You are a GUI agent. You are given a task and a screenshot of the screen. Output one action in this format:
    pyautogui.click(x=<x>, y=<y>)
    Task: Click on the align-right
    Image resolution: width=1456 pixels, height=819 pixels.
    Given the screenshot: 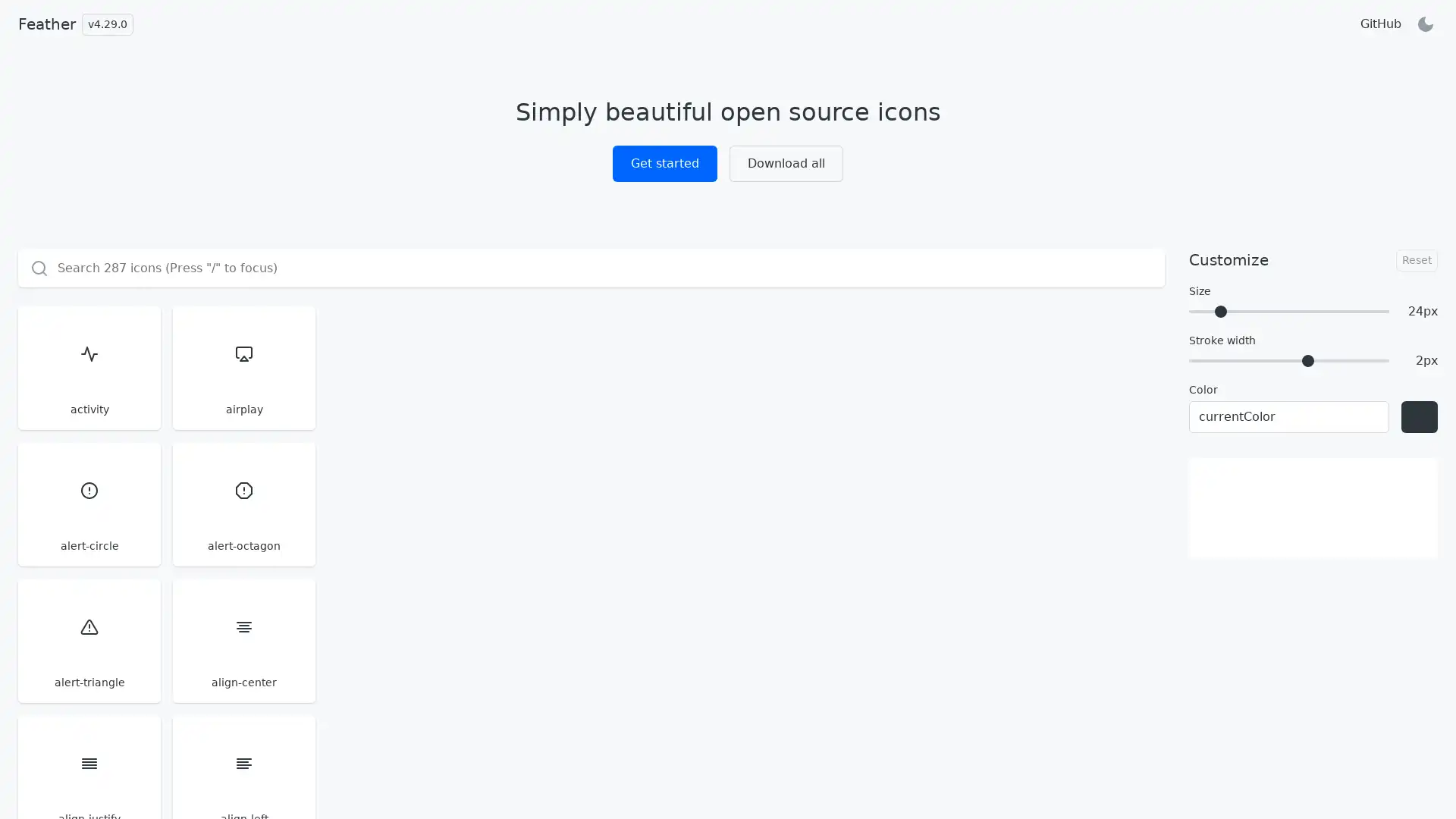 What is the action you would take?
    pyautogui.click(x=1106, y=368)
    